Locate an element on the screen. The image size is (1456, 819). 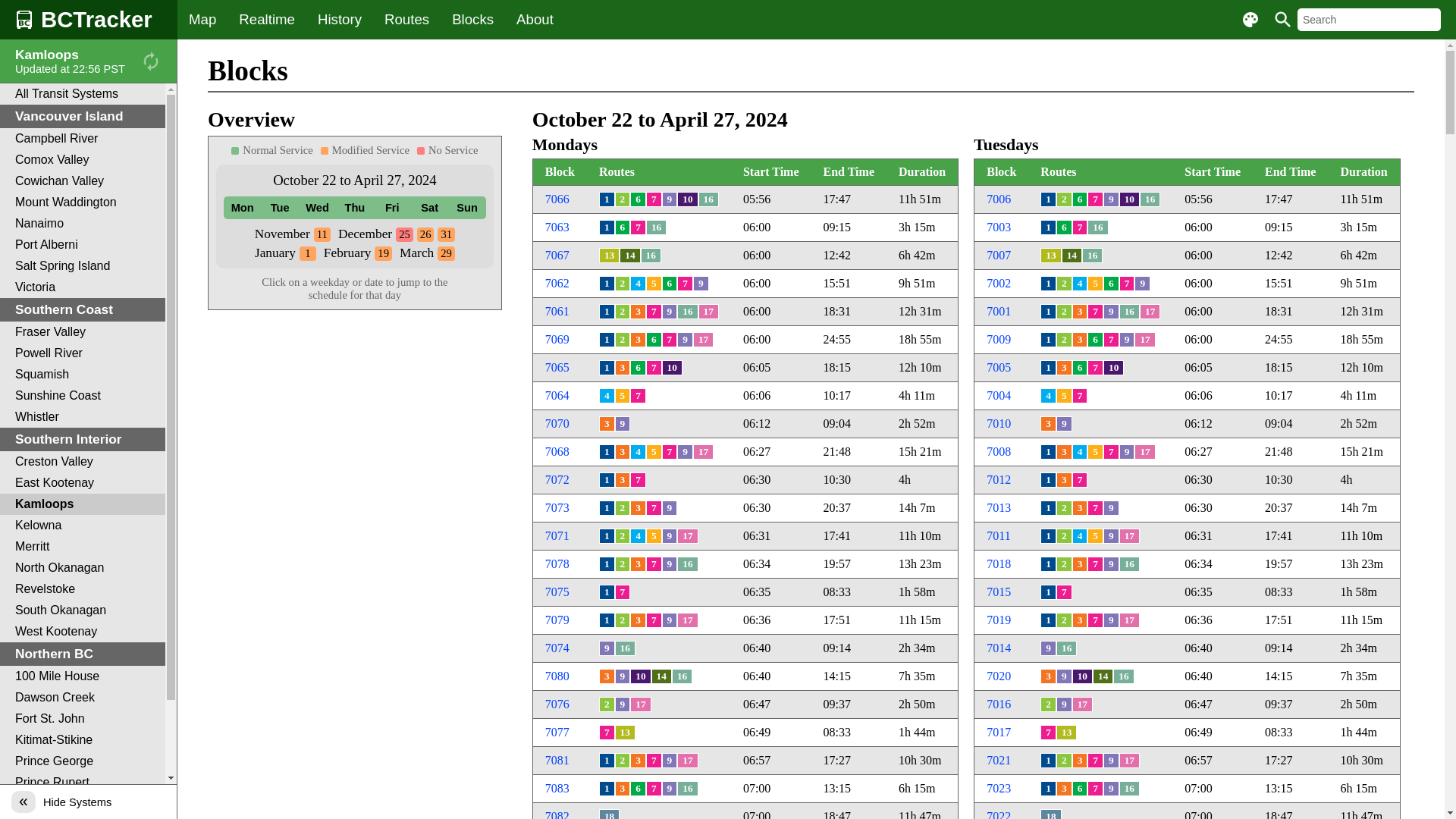
'14' is located at coordinates (1103, 675).